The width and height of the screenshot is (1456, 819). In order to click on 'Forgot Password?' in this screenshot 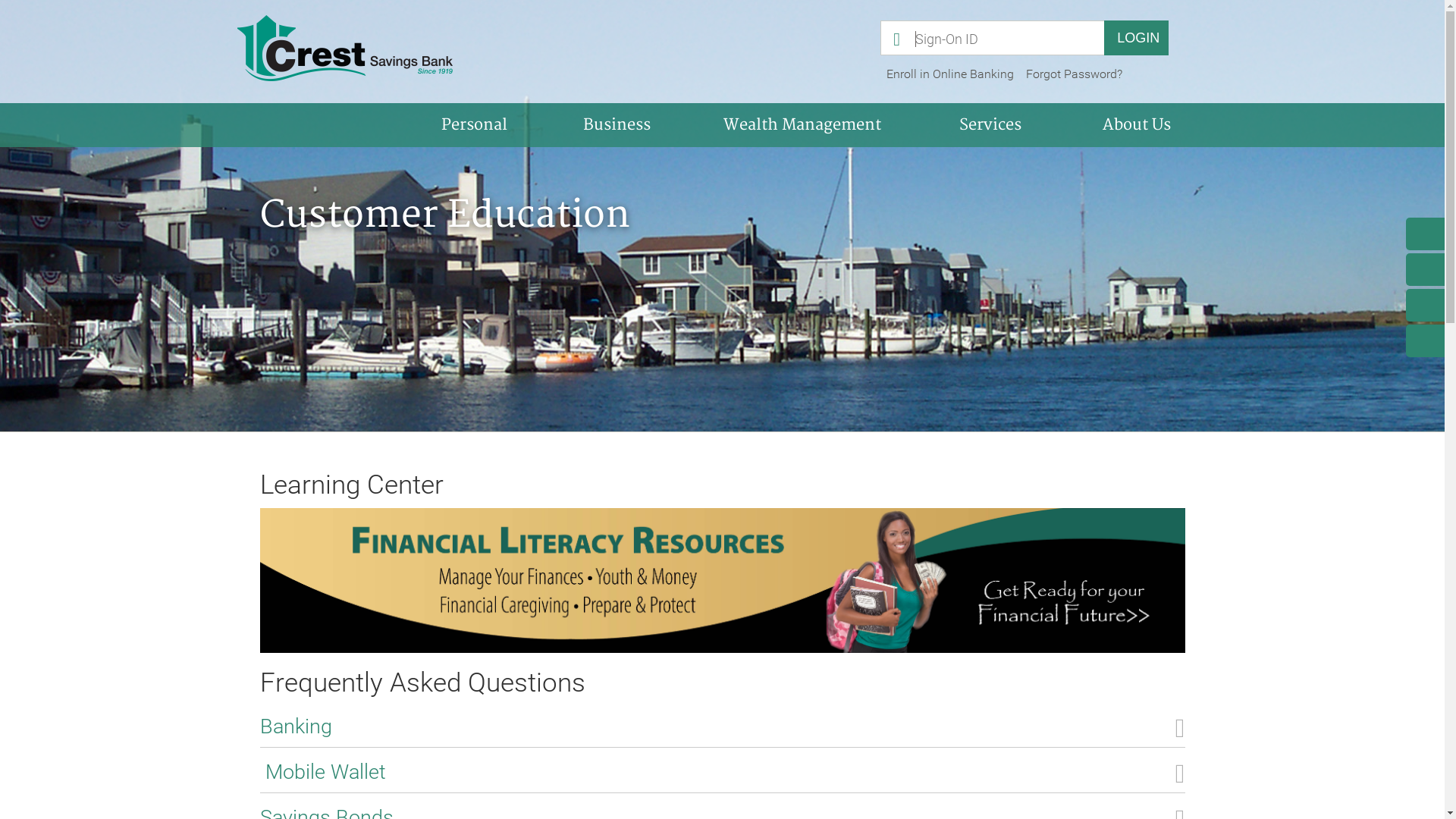, I will do `click(1073, 74)`.